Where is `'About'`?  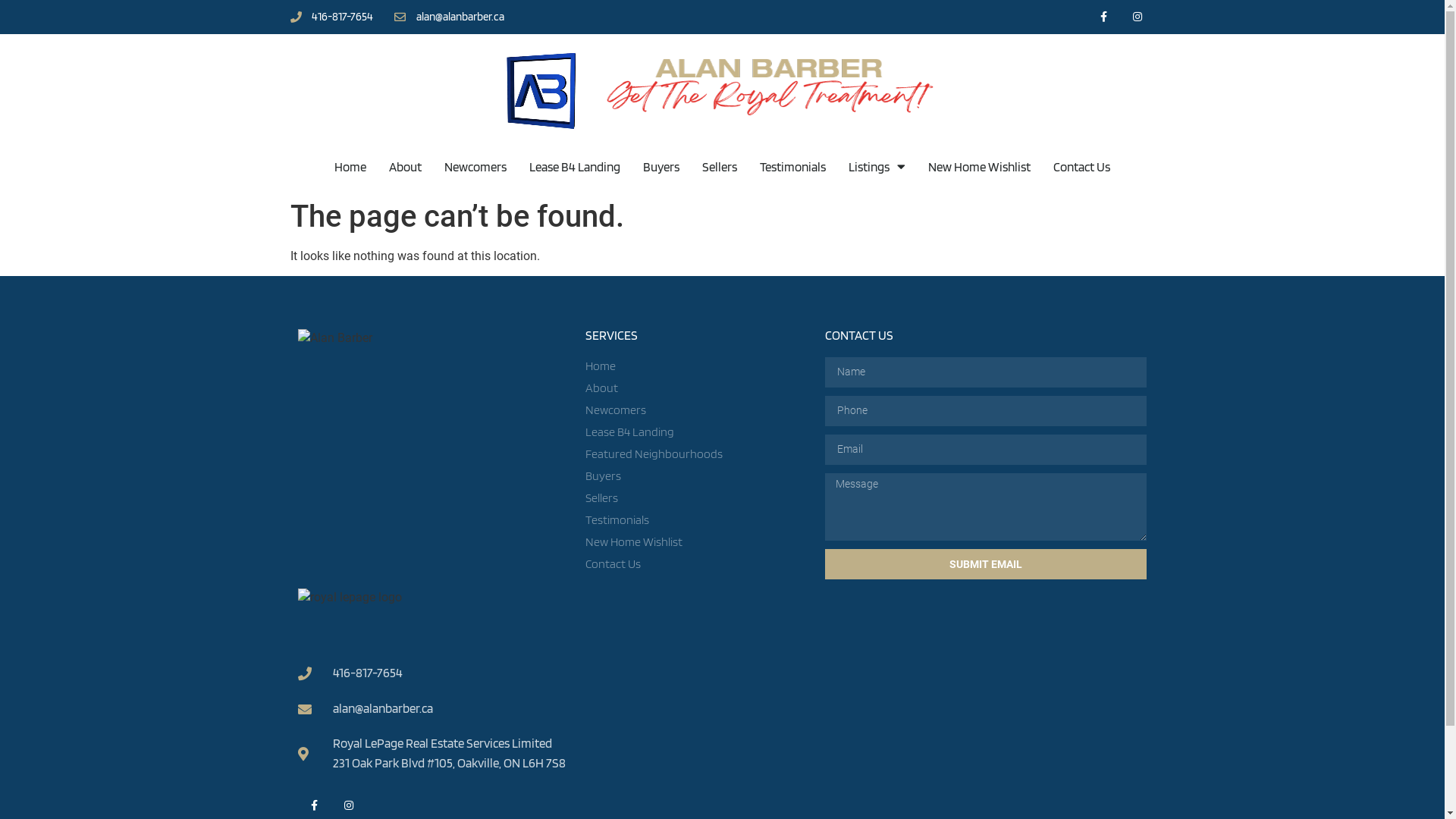
'About' is located at coordinates (697, 388).